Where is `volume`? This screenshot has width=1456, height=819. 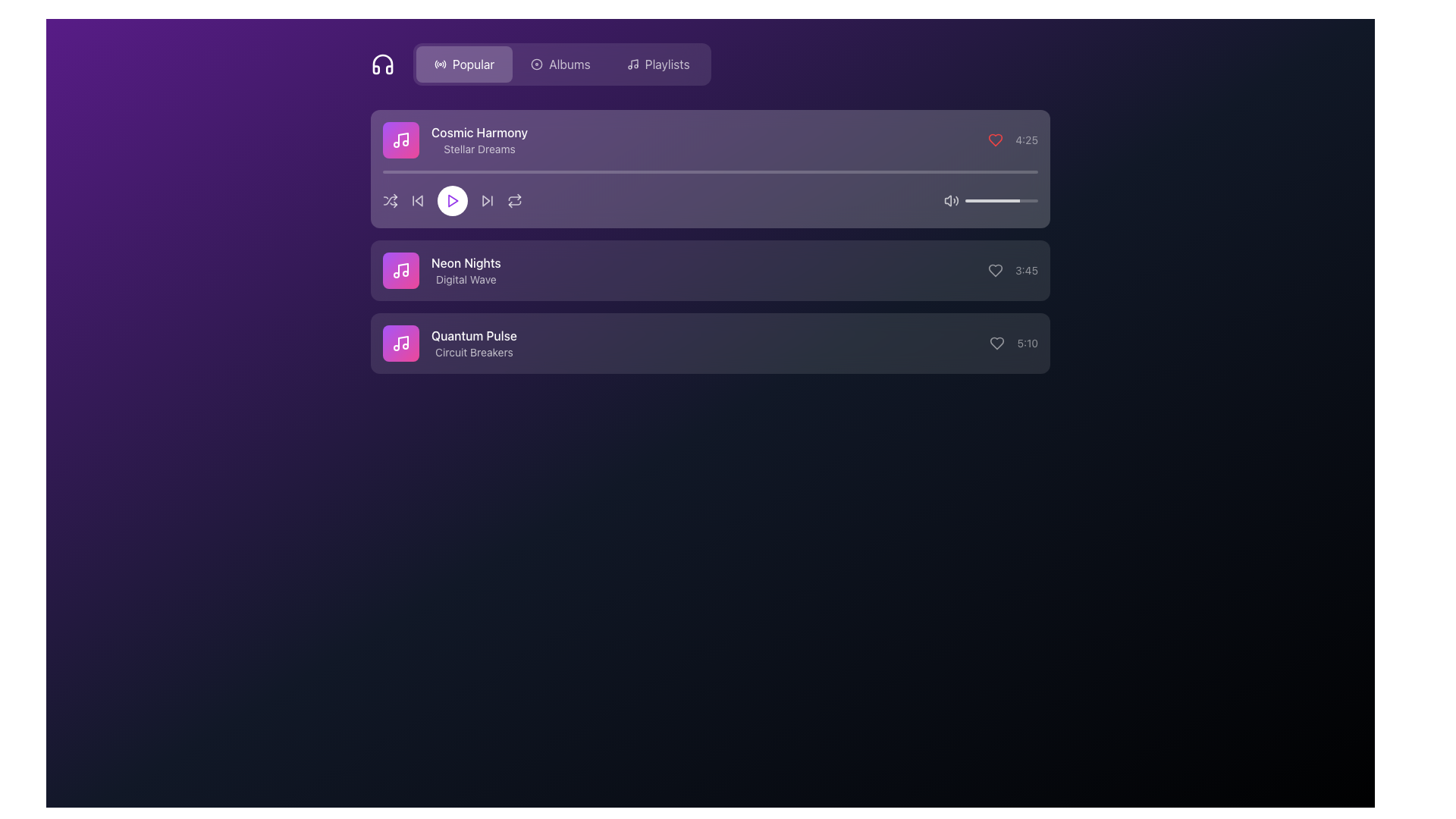
volume is located at coordinates (986, 200).